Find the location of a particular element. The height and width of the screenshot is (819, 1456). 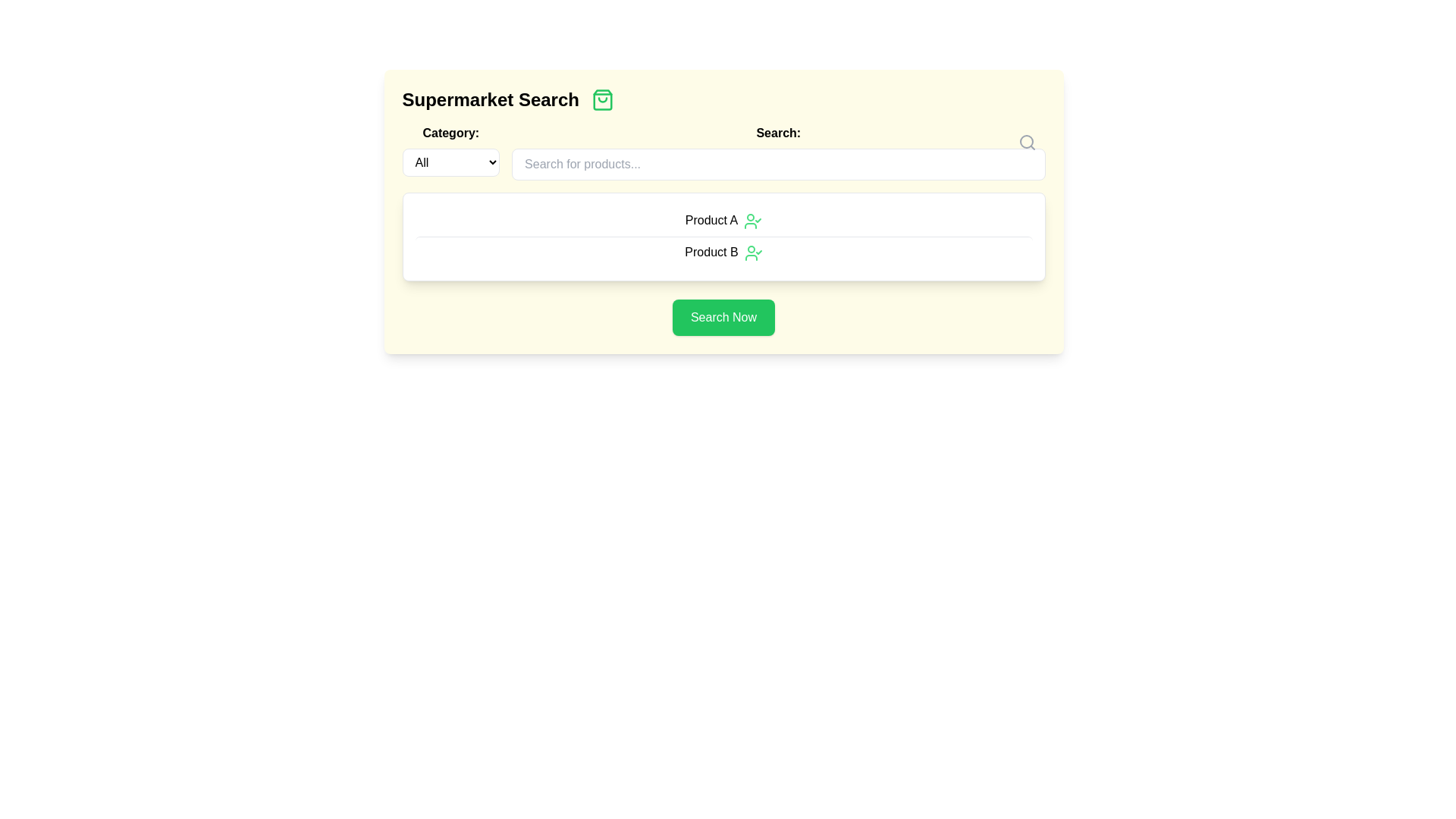

the user-associated confirmation icon located to the right of 'Product B' in the second list item of the vertical list is located at coordinates (753, 252).